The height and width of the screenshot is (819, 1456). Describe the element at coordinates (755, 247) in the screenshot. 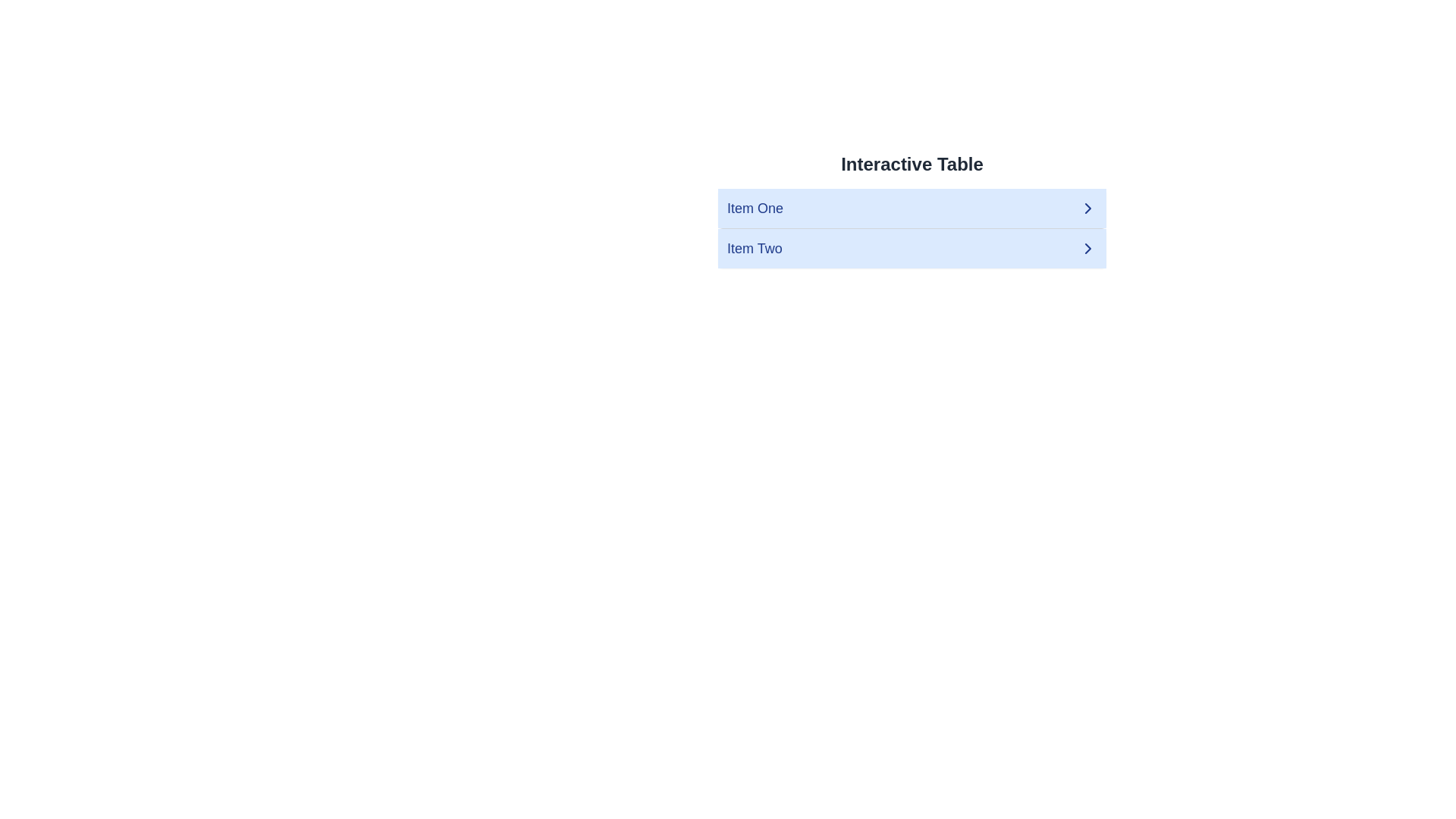

I see `the list item labeled 'Item Two'` at that location.